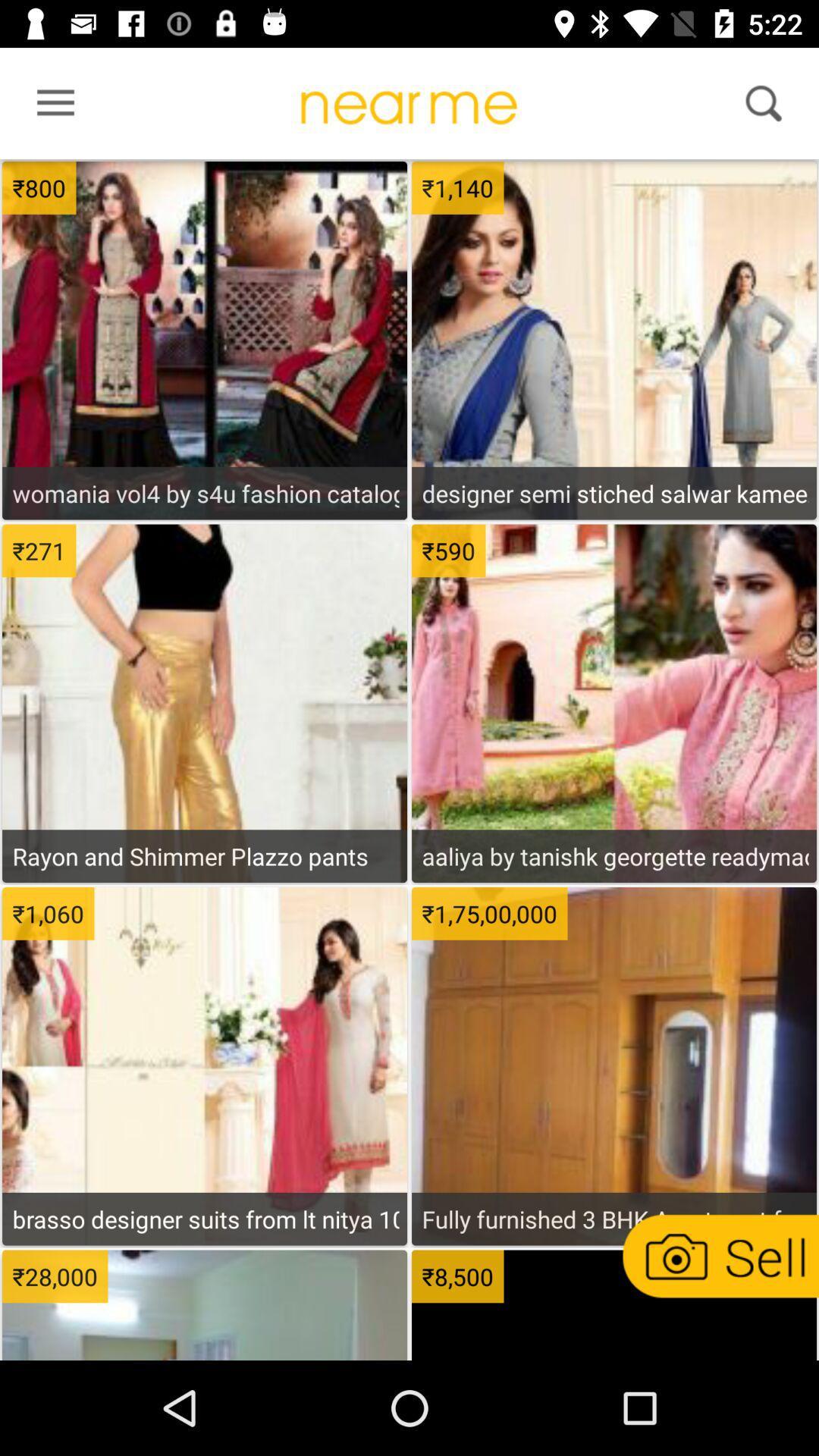 The image size is (819, 1456). I want to click on the brasso designer suits, so click(205, 1219).